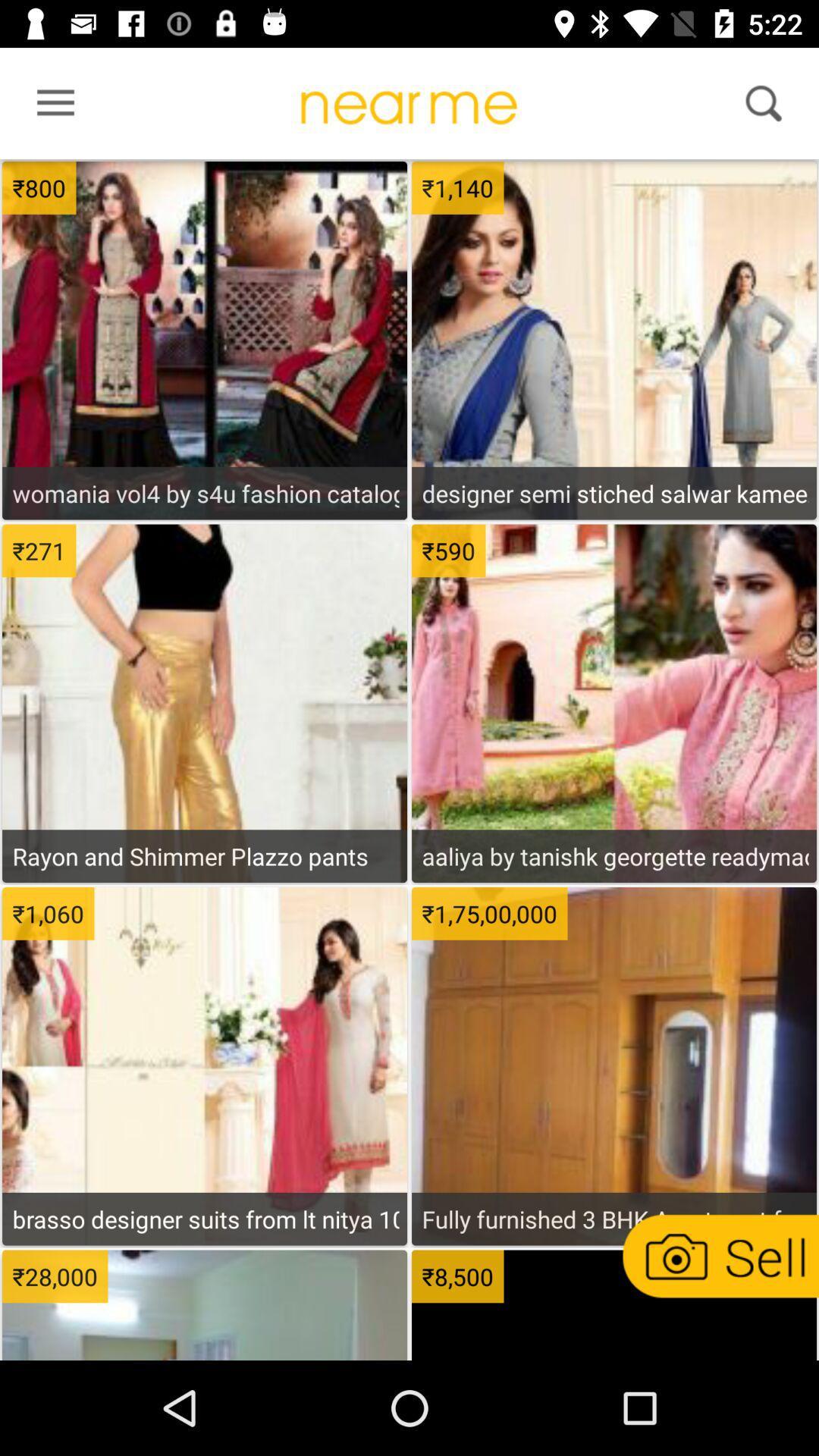 The image size is (819, 1456). I want to click on the brasso designer suits, so click(205, 1219).